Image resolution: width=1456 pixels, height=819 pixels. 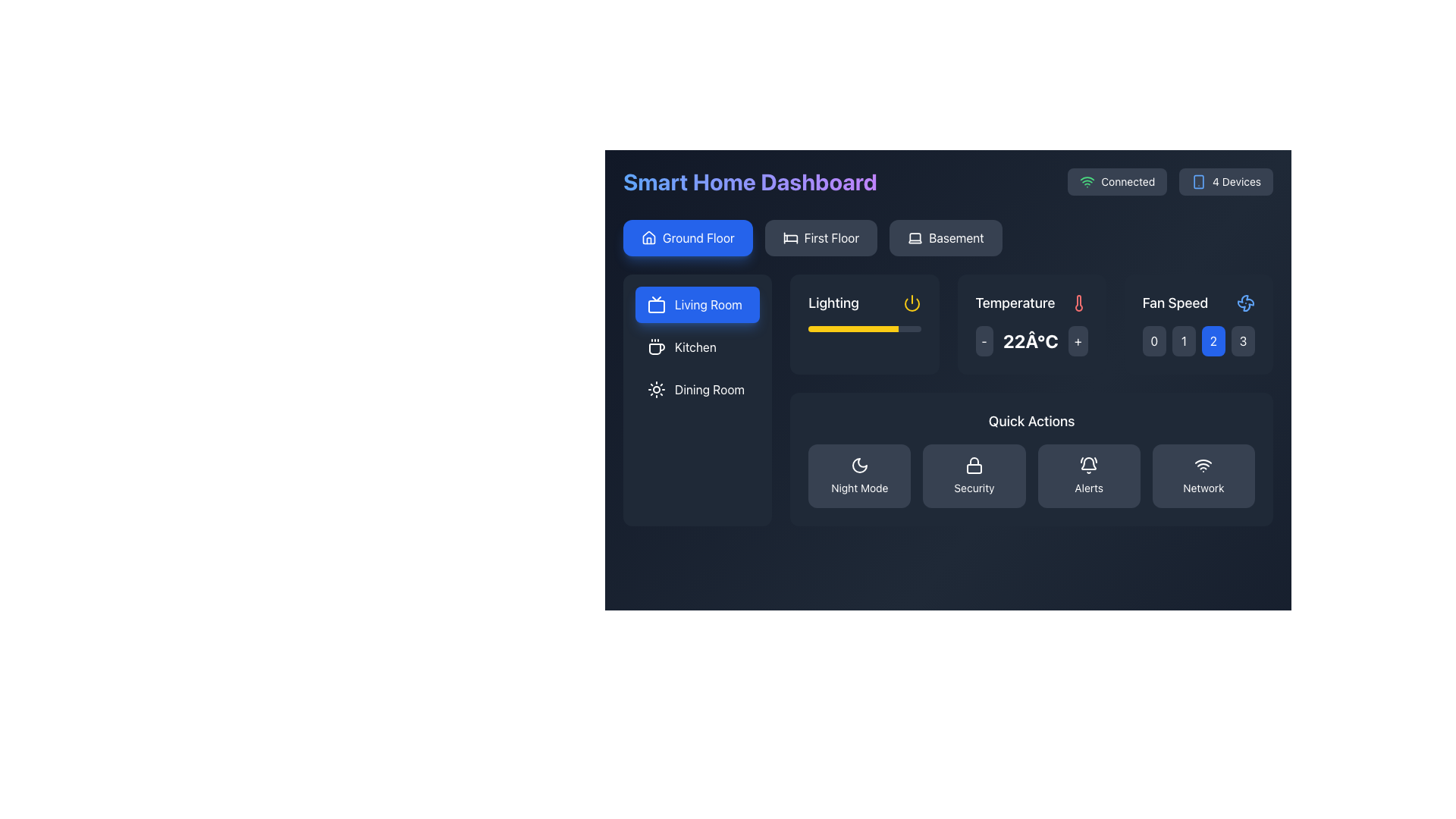 What do you see at coordinates (750, 180) in the screenshot?
I see `the static text element that serves as the heading for the 'Smart Home Dashboard', located at the top-left side of the interface` at bounding box center [750, 180].